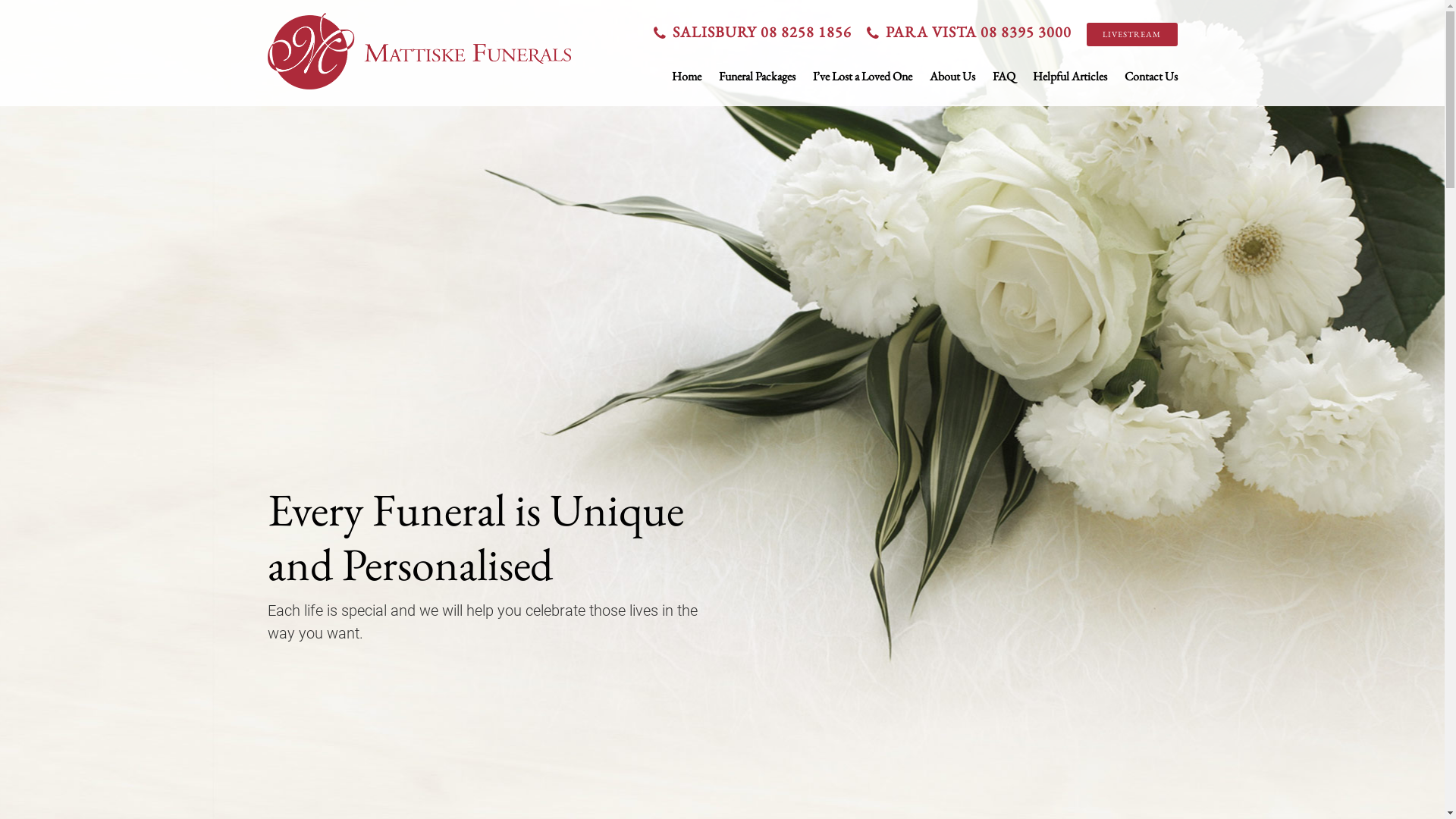 The image size is (1456, 819). I want to click on 'Home', so click(686, 76).